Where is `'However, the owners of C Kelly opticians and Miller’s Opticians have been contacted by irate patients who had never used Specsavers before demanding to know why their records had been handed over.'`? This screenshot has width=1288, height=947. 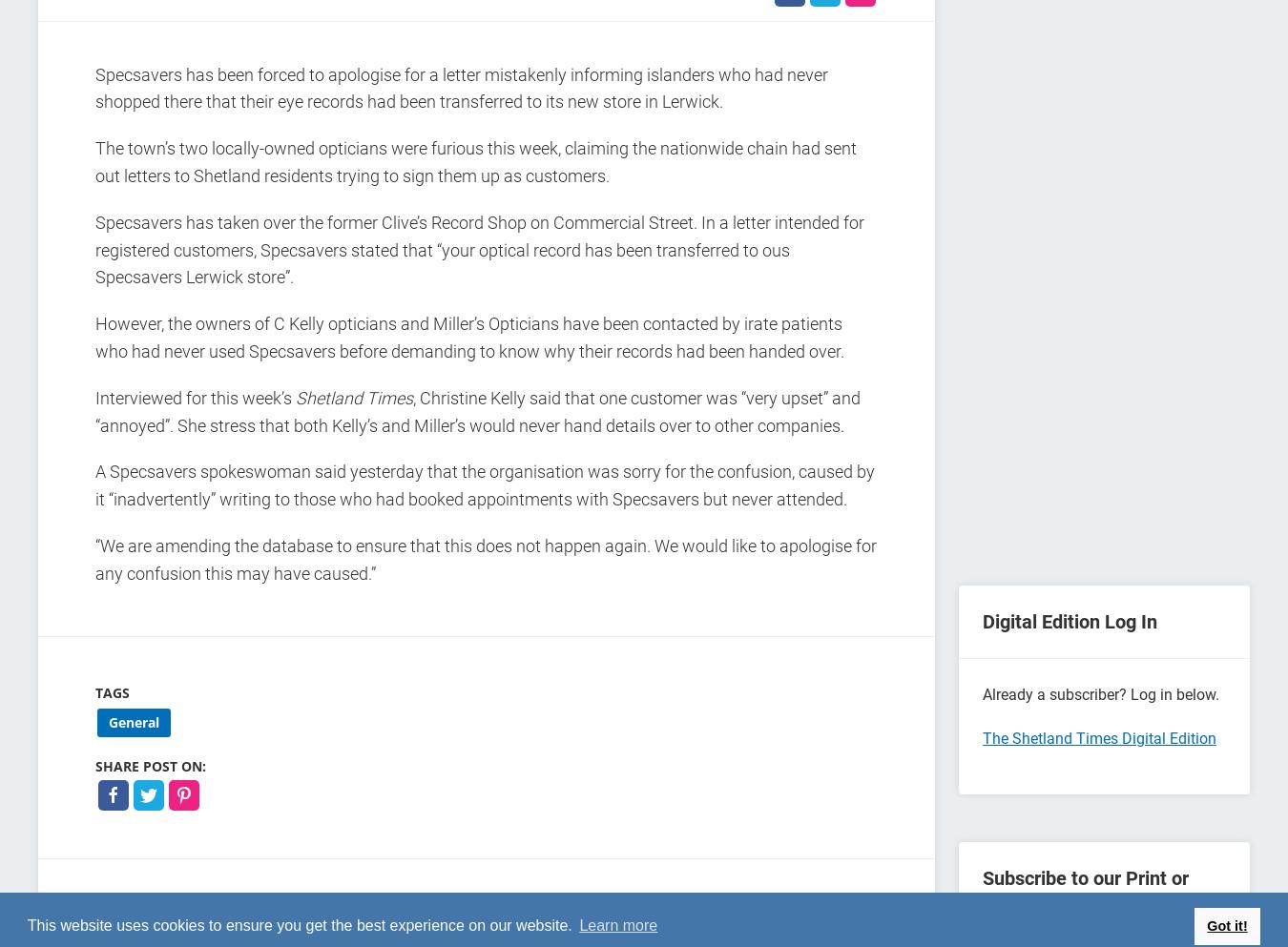 'However, the owners of C Kelly opticians and Miller’s Opticians have been contacted by irate patients who had never used Specsavers before demanding to know why their records had been handed over.' is located at coordinates (468, 337).